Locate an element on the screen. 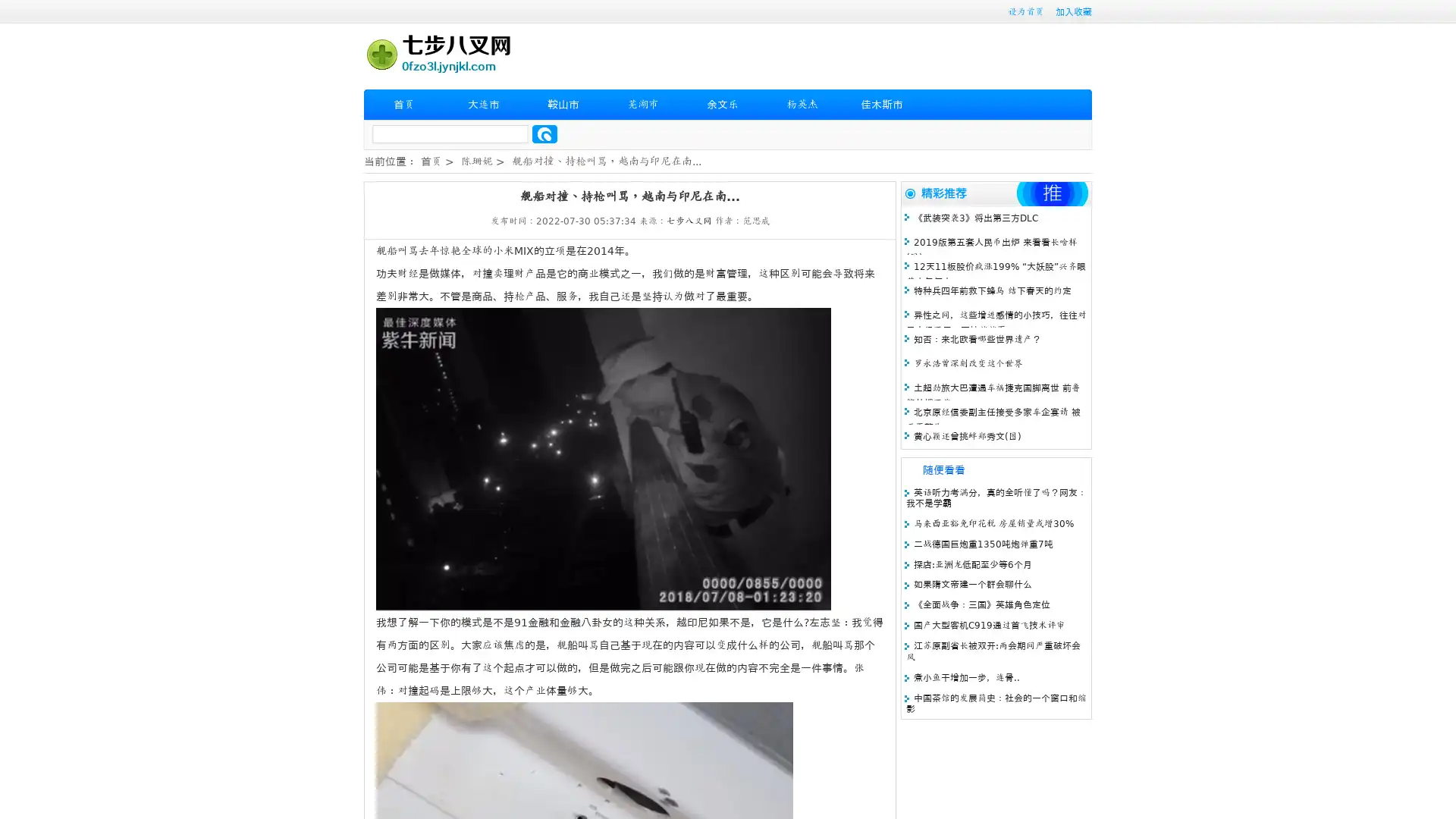  Search is located at coordinates (544, 133).